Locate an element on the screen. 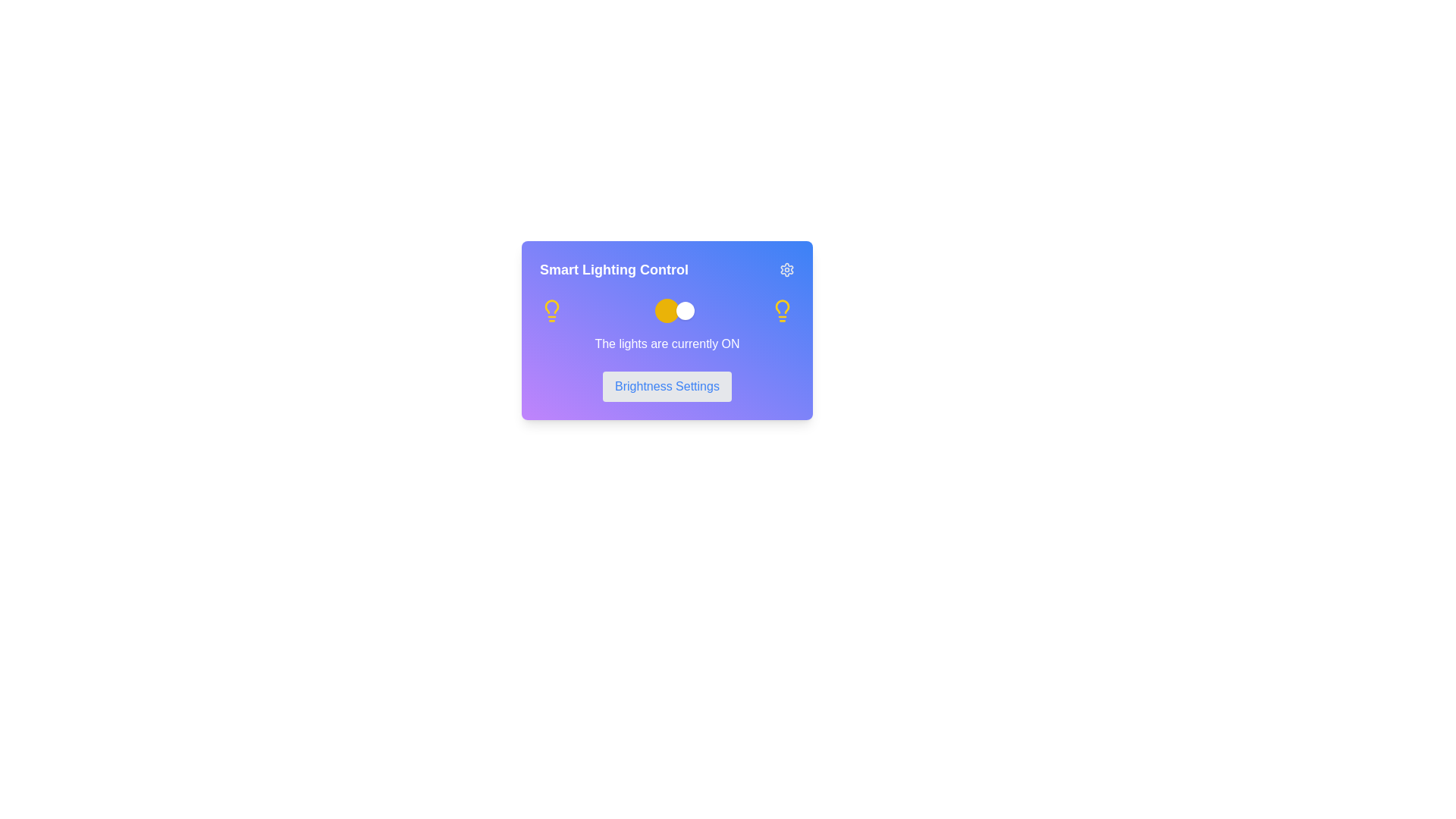 This screenshot has width=1456, height=819. the Text element that displays the current status of the lights, located beneath the toggle switch and light bulb icons, and above the 'Brightness Settings' button is located at coordinates (667, 344).